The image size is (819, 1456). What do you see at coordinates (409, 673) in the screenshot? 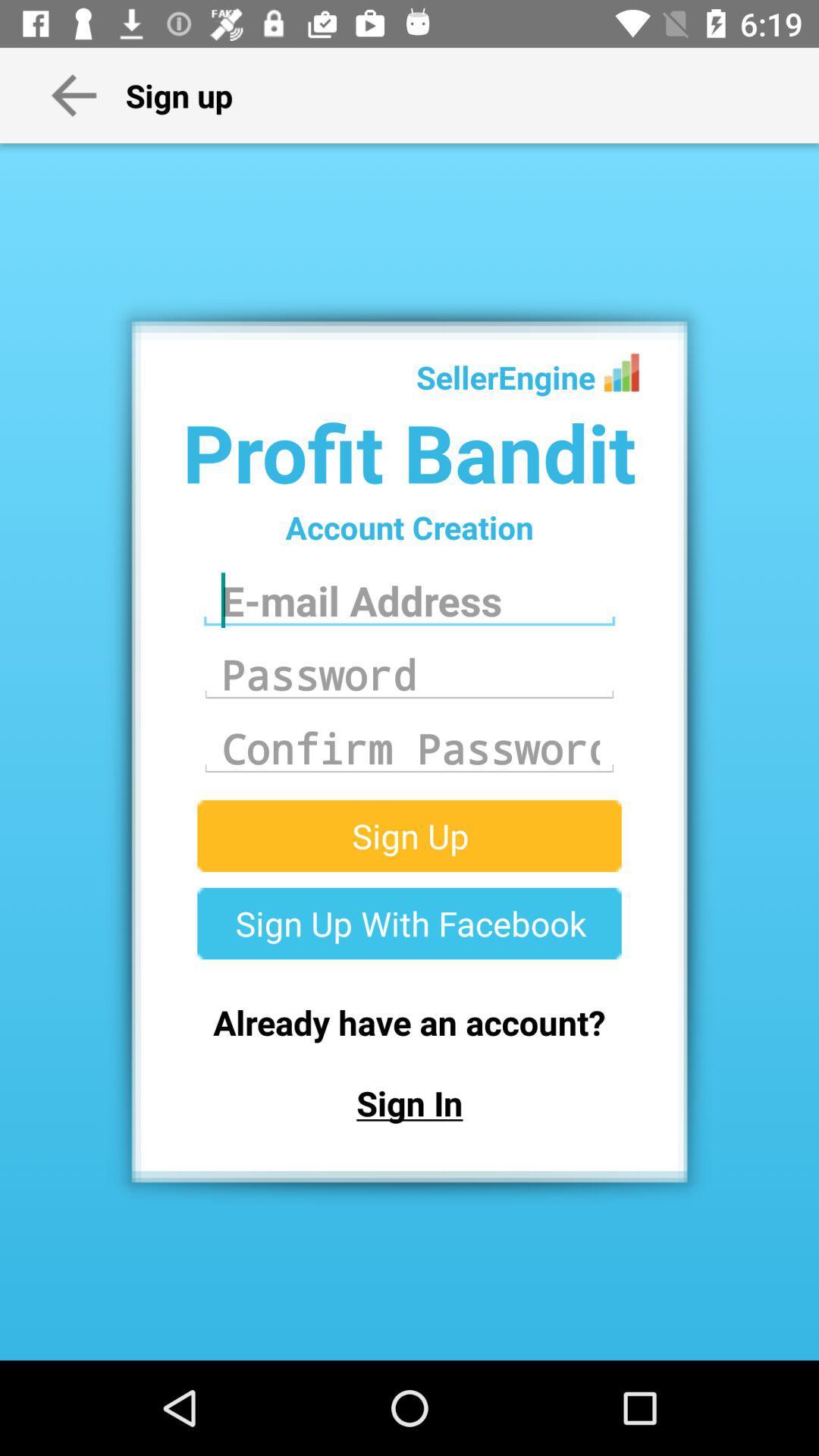
I see `the text field password` at bounding box center [409, 673].